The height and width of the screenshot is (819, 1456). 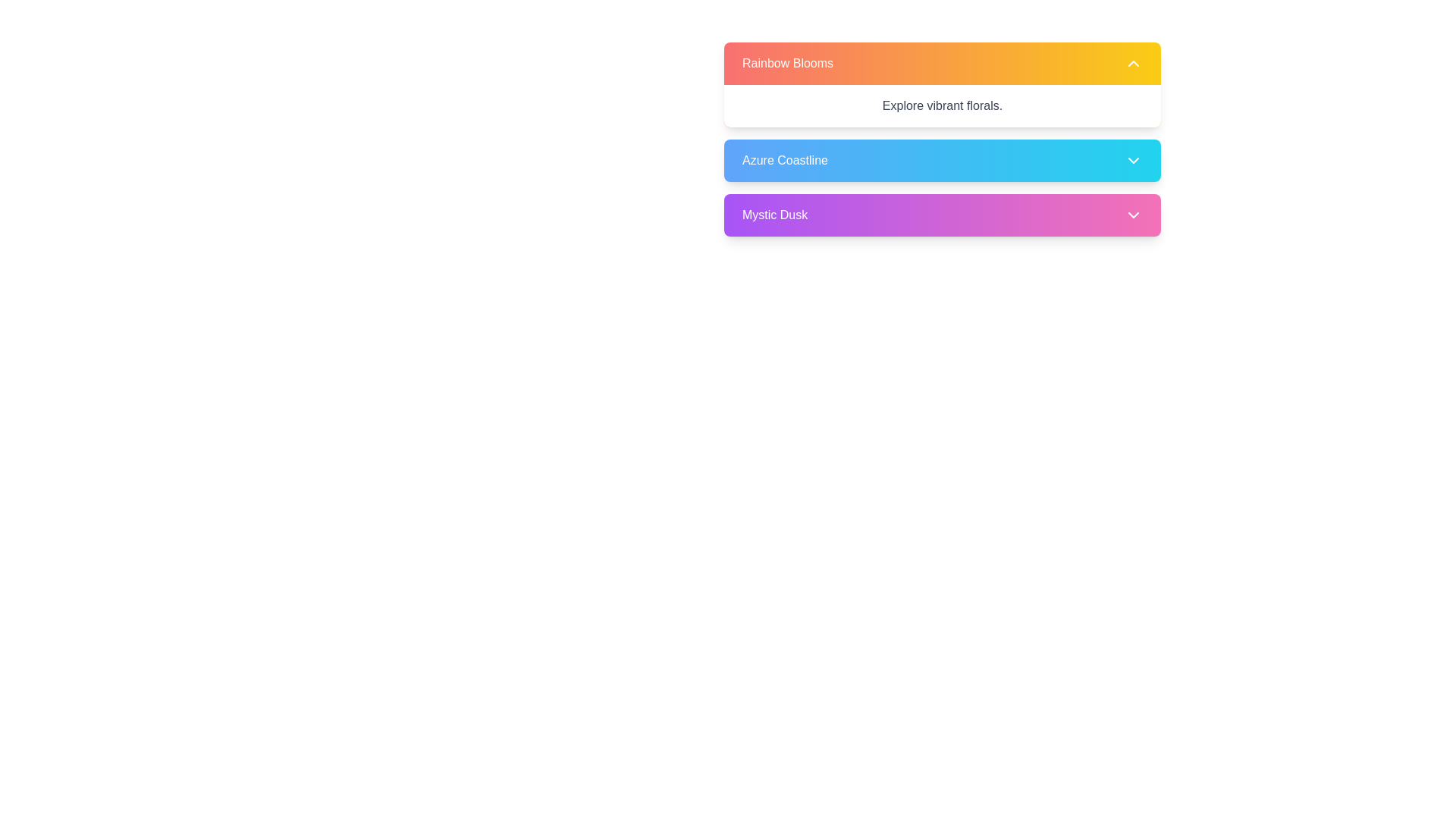 What do you see at coordinates (942, 105) in the screenshot?
I see `the Text block that provides descriptive information related to the 'Rainbow Blooms' section, located directly below the 'Rainbow Blooms' header` at bounding box center [942, 105].